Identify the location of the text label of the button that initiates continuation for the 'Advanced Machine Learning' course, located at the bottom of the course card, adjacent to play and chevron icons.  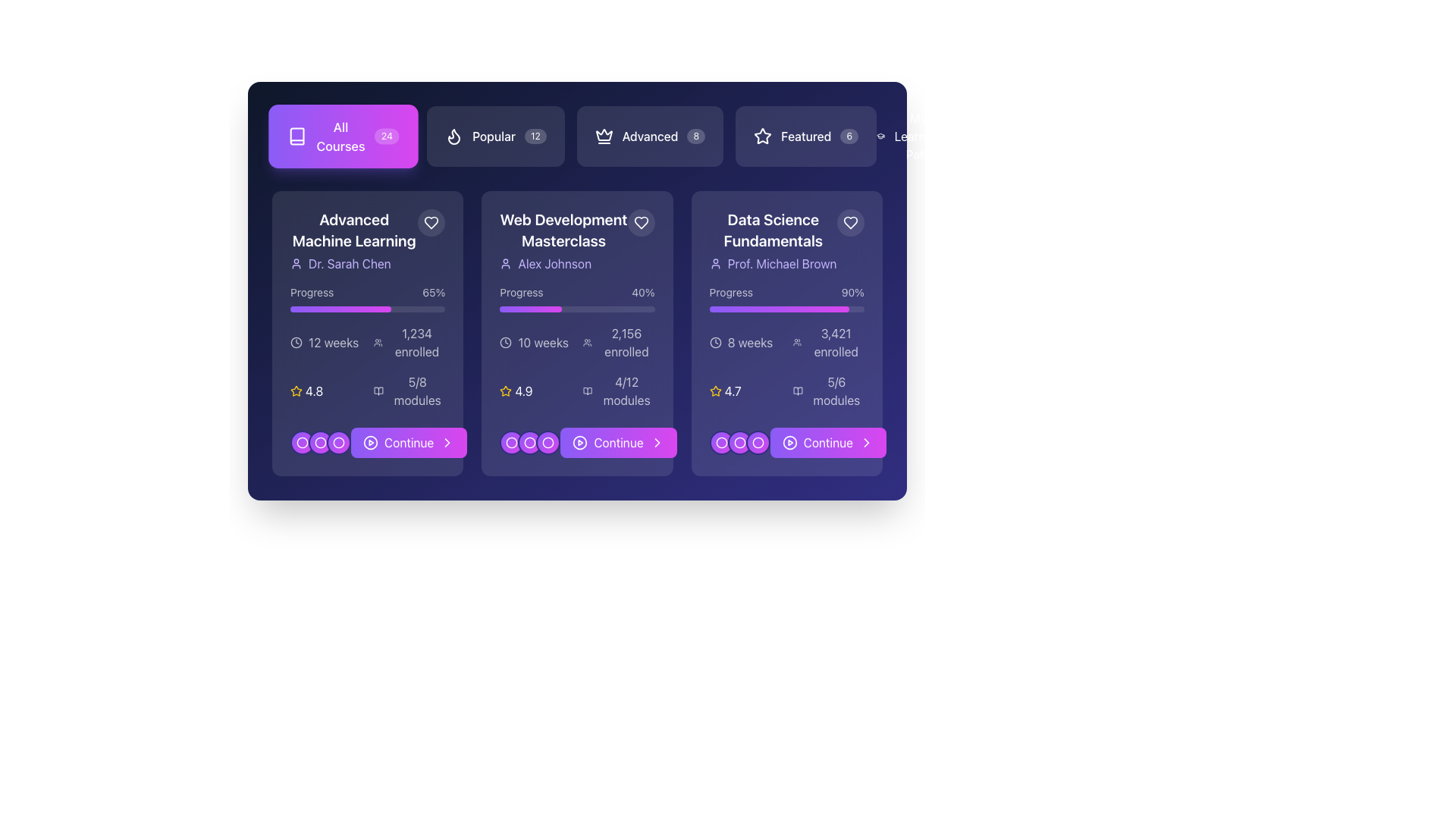
(409, 442).